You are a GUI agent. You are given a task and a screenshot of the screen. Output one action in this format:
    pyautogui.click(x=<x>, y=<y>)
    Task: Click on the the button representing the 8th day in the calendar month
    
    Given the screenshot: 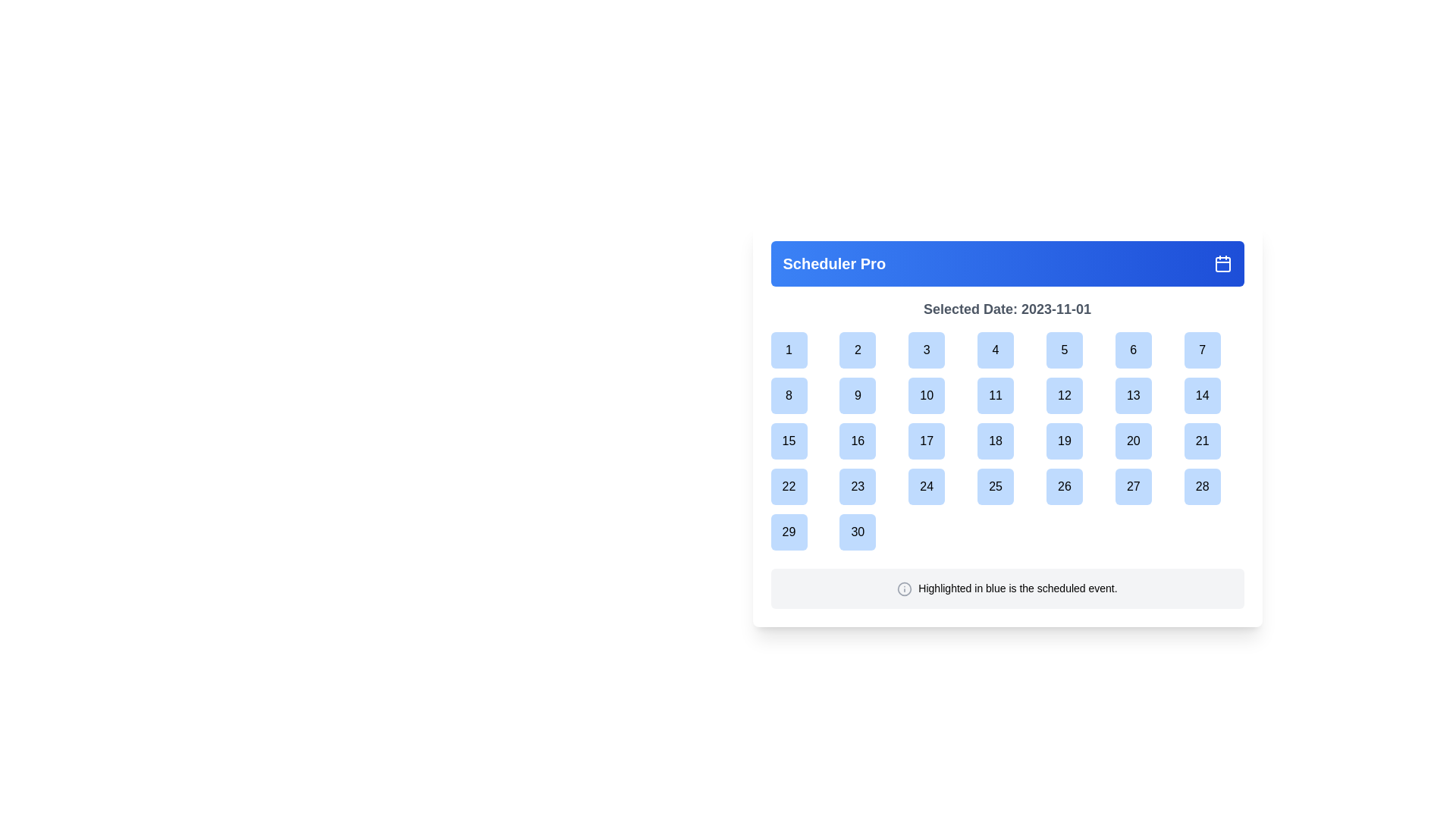 What is the action you would take?
    pyautogui.click(x=800, y=394)
    